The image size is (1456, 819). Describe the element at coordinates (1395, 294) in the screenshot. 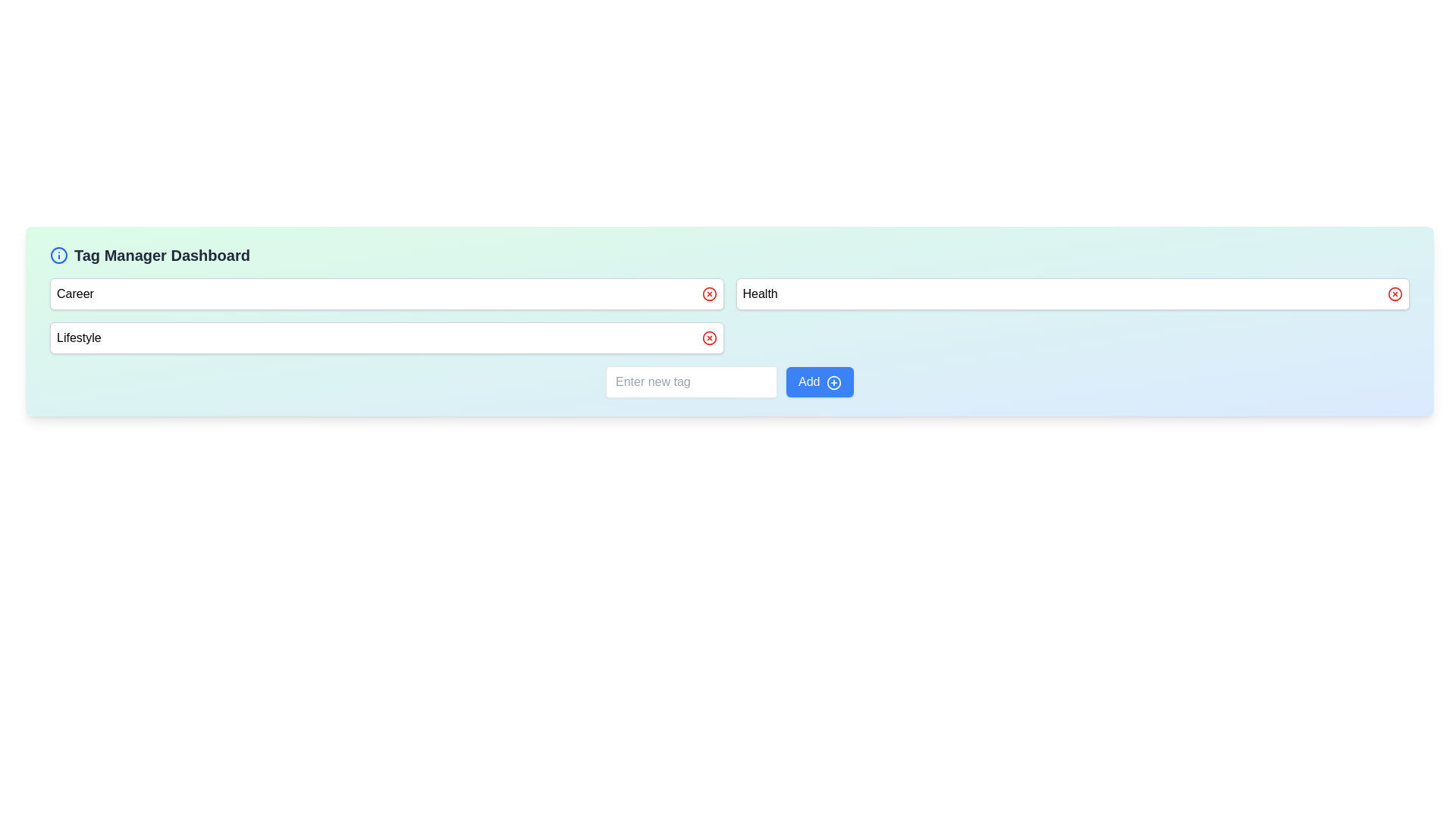

I see `the delete button located on the far right side of the 'Health' input field` at that location.